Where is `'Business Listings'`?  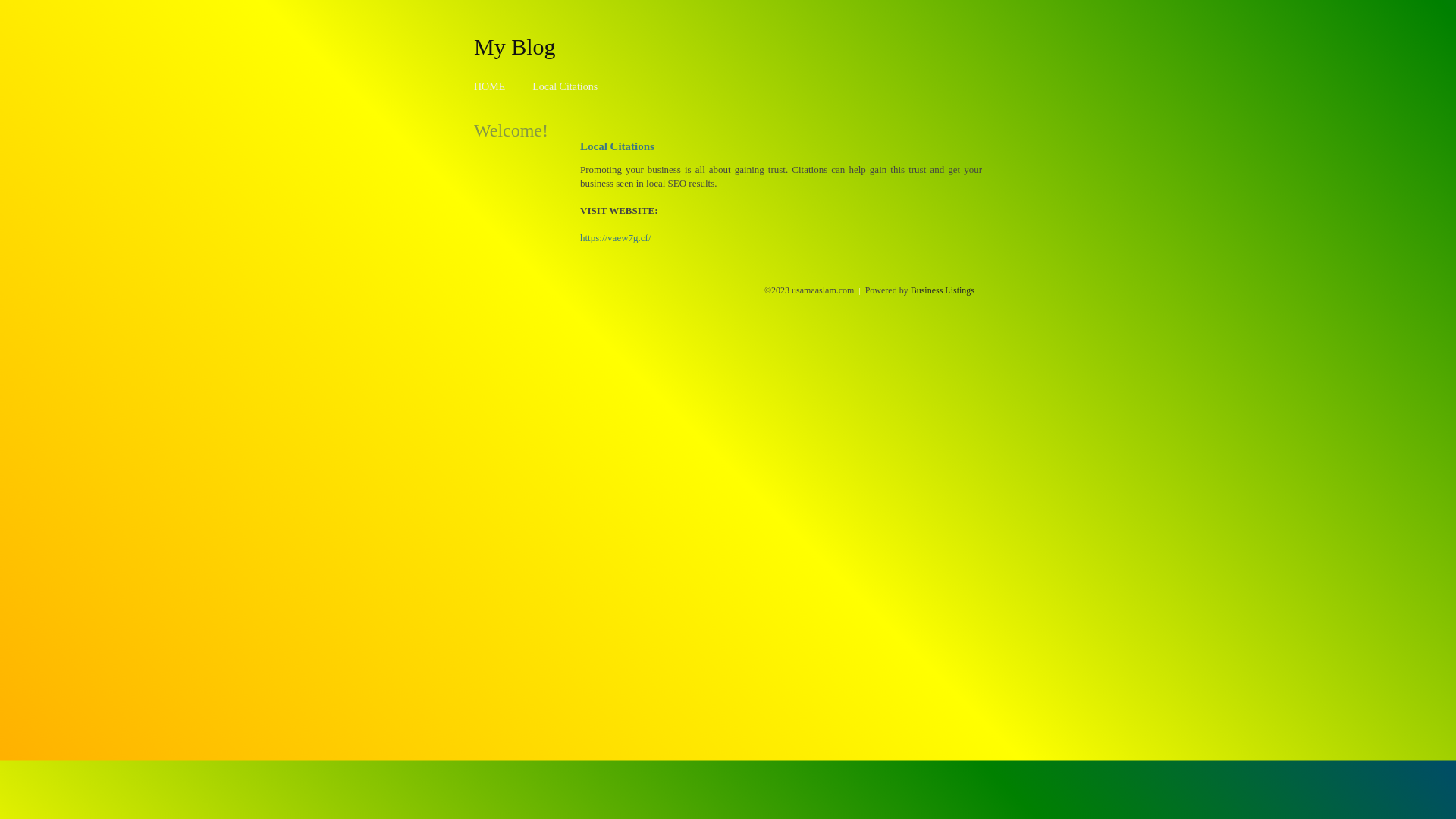 'Business Listings' is located at coordinates (910, 290).